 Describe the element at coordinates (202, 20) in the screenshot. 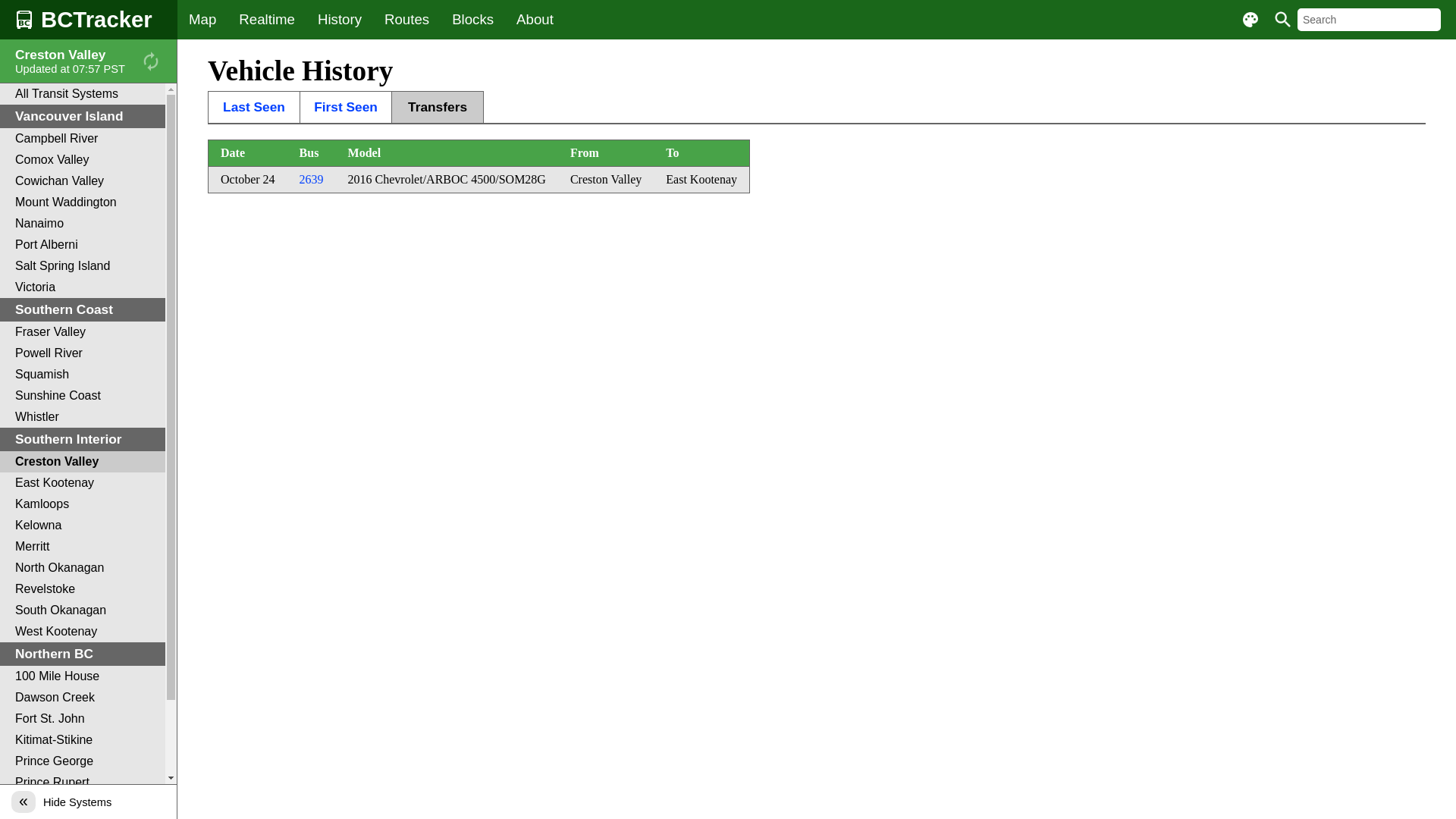

I see `'Map'` at that location.